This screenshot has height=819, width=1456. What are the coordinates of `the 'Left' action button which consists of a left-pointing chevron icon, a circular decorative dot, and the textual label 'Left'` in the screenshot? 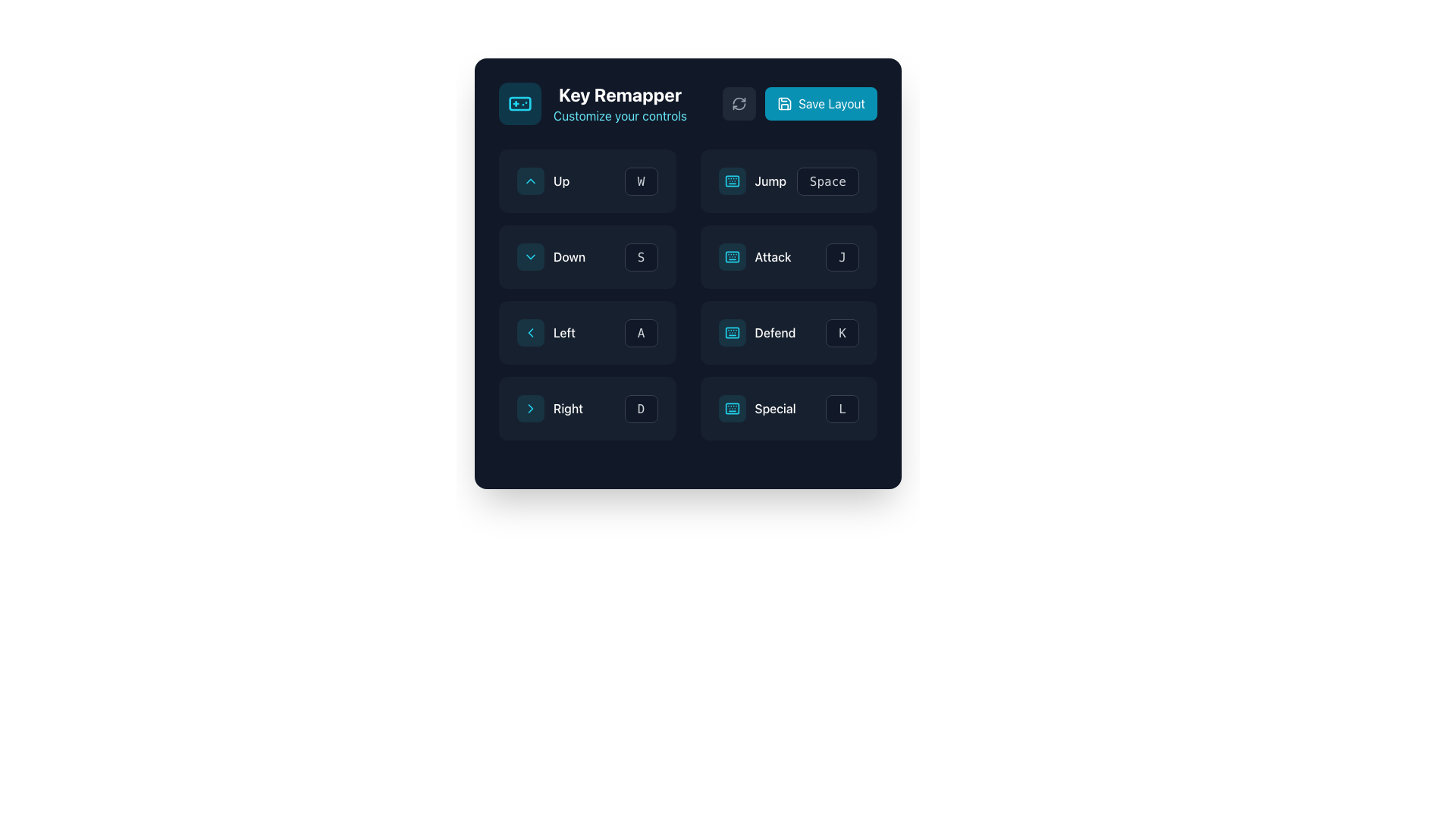 It's located at (546, 332).